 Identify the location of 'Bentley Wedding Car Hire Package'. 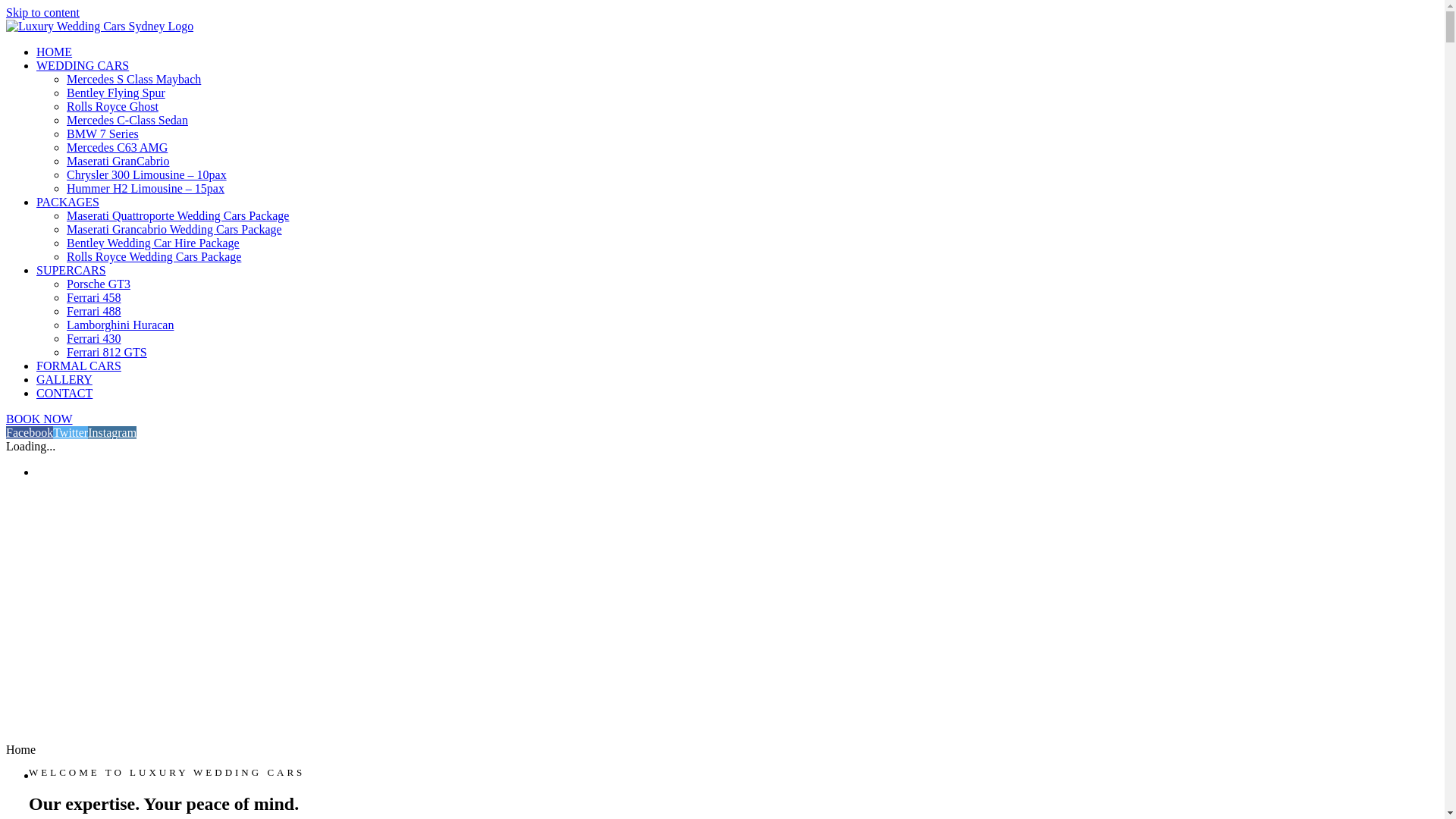
(65, 242).